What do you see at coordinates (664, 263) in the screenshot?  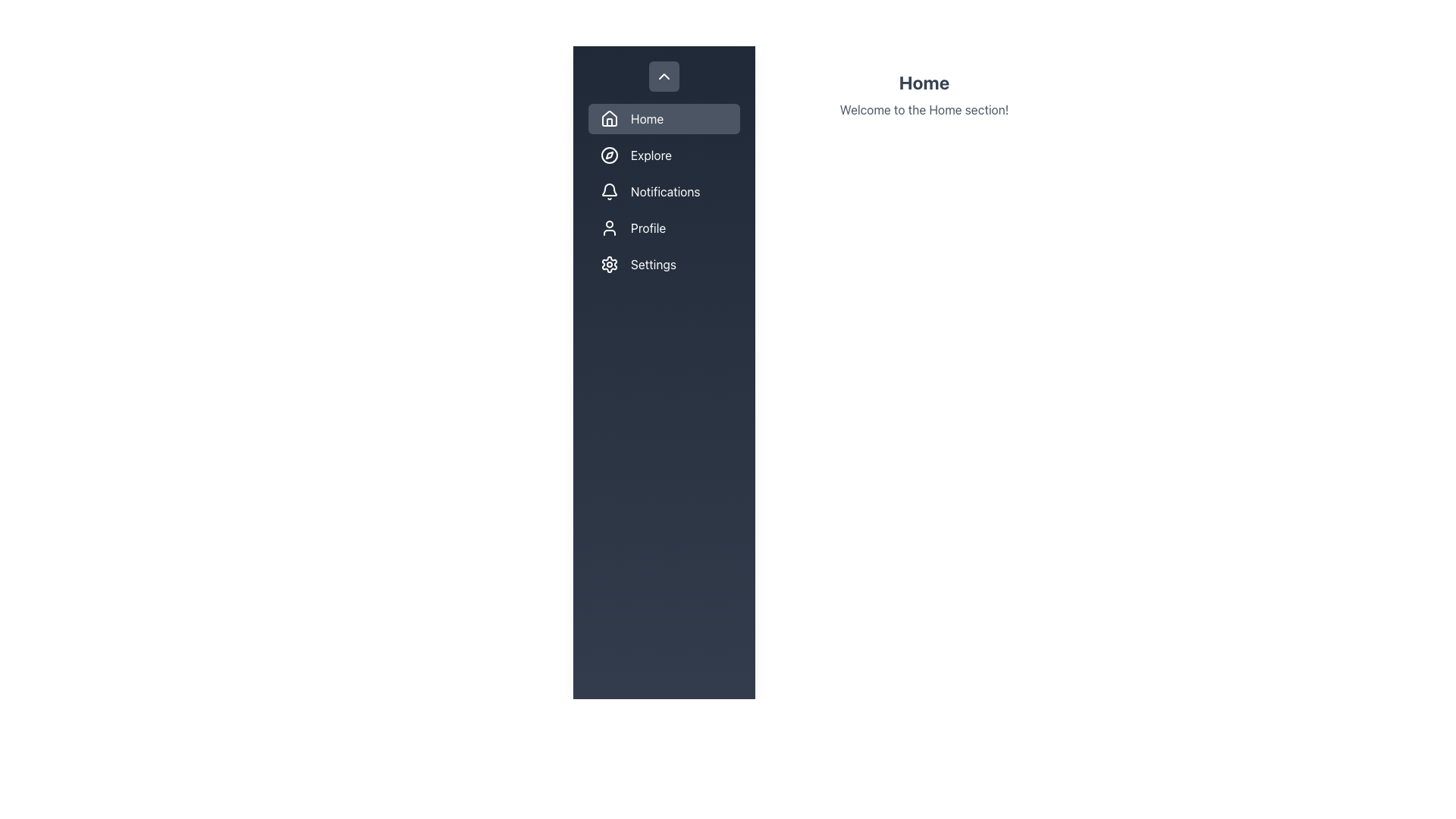 I see `the settings button located at the bottom of the vertical navigation menu` at bounding box center [664, 263].